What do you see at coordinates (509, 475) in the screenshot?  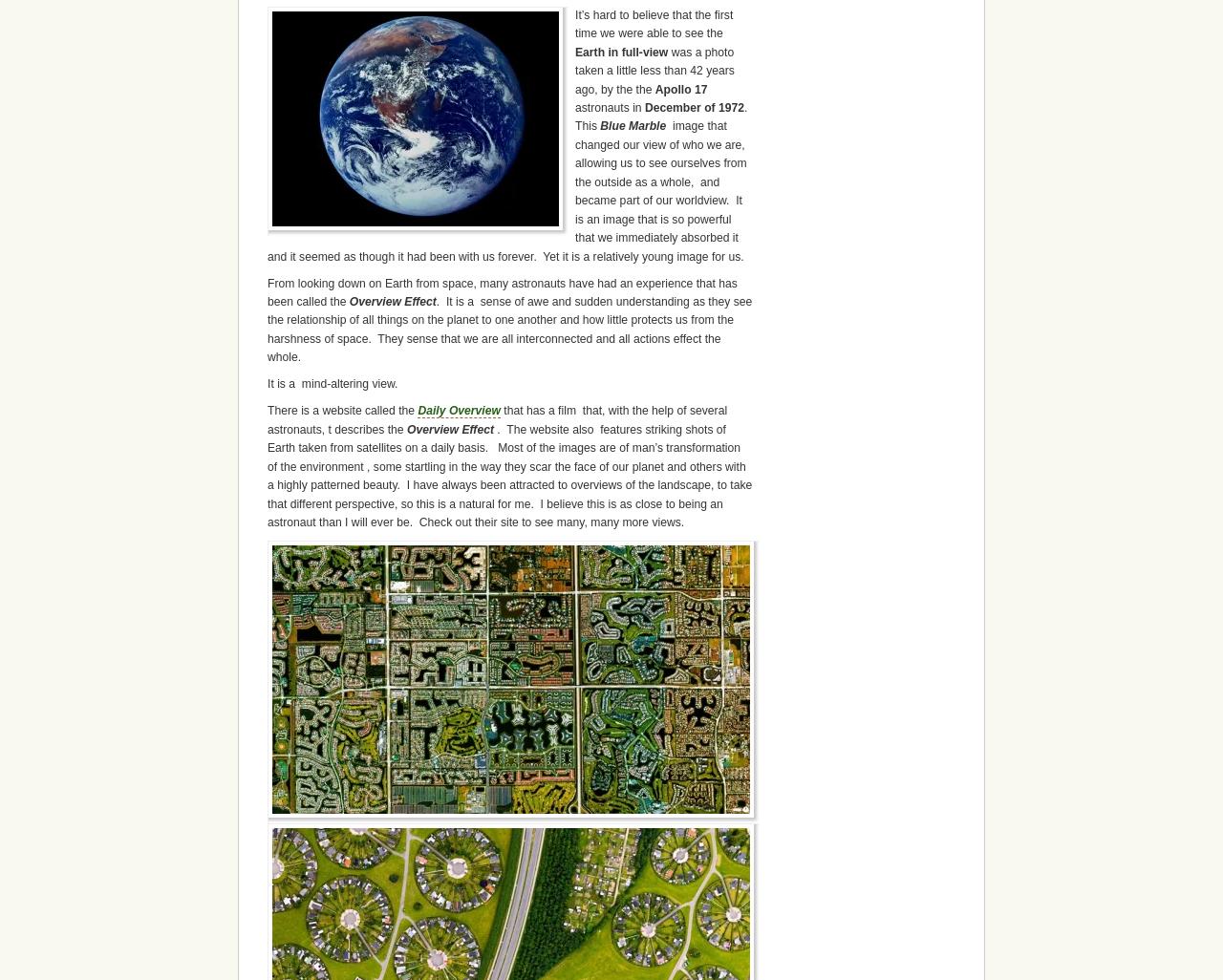 I see `'.  The website also  features striking shots of Earth taken from satellites on a daily basis.   Most of the images are of man’s transformation of the environment , some startling in the way they scar the face of our planet and others with a highly patterned beauty.  I have always been attracted to overviews of the landscape, to take that different perspective, so this is a natural for me.  I believe this is as close to being an astronaut than I will ever be.  Check out their site to see many, many more views.'` at bounding box center [509, 475].